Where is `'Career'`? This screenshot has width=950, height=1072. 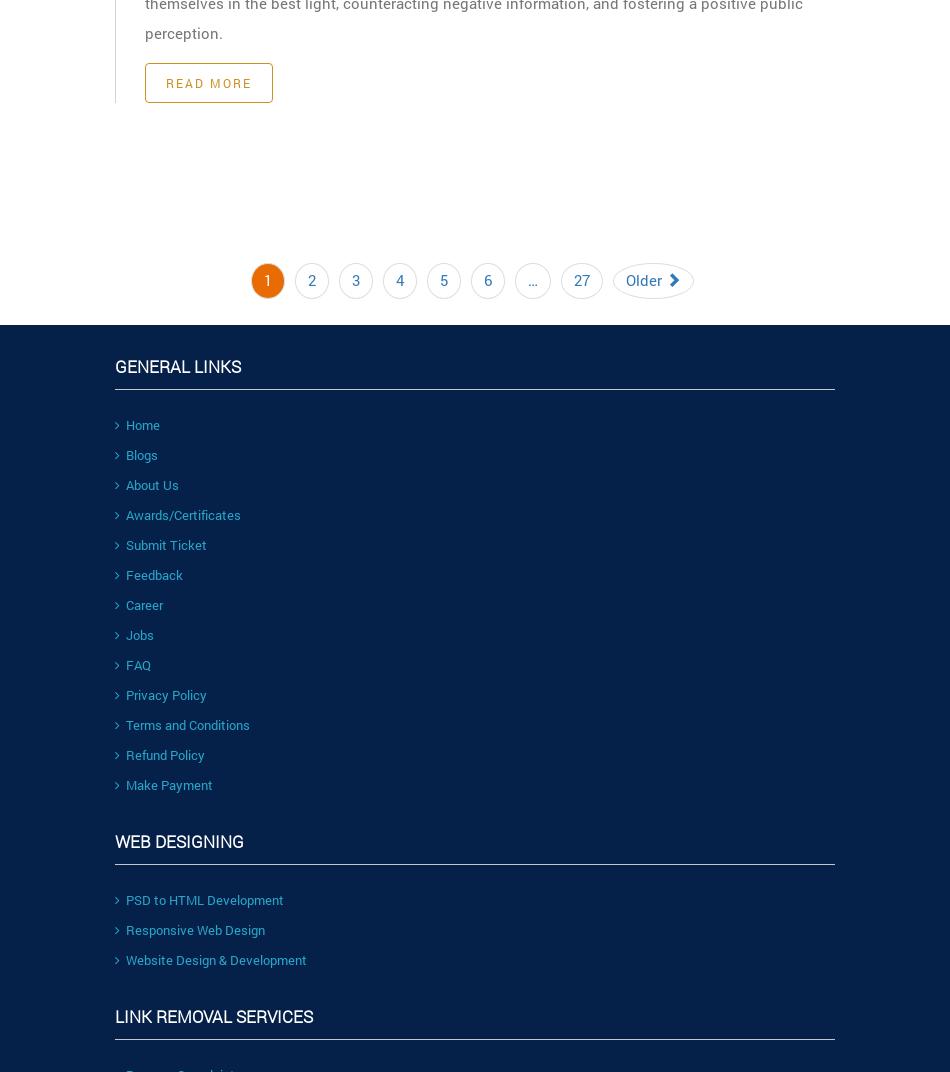
'Career' is located at coordinates (125, 602).